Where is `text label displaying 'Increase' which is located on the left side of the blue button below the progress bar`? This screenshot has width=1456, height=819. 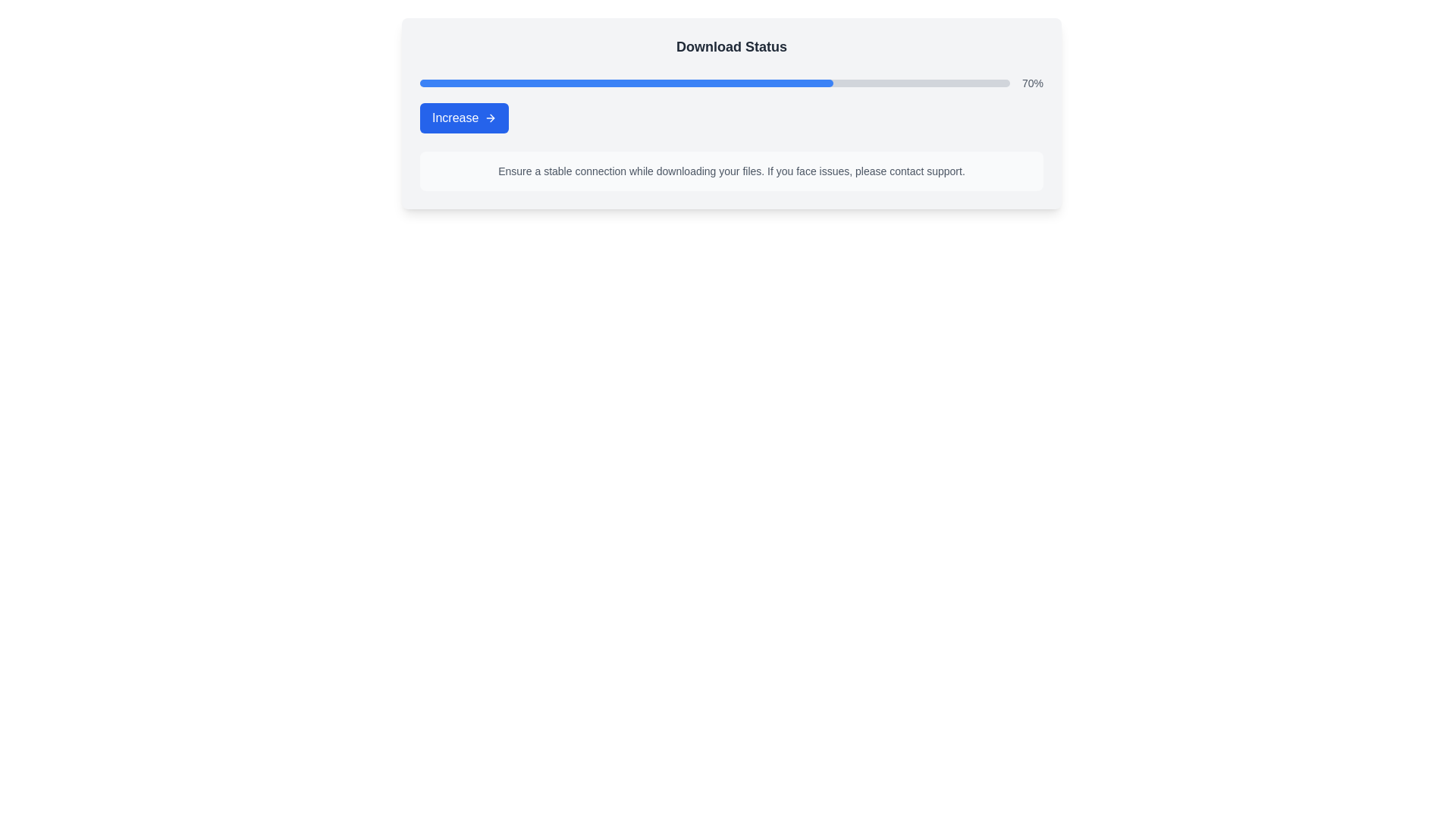
text label displaying 'Increase' which is located on the left side of the blue button below the progress bar is located at coordinates (454, 117).